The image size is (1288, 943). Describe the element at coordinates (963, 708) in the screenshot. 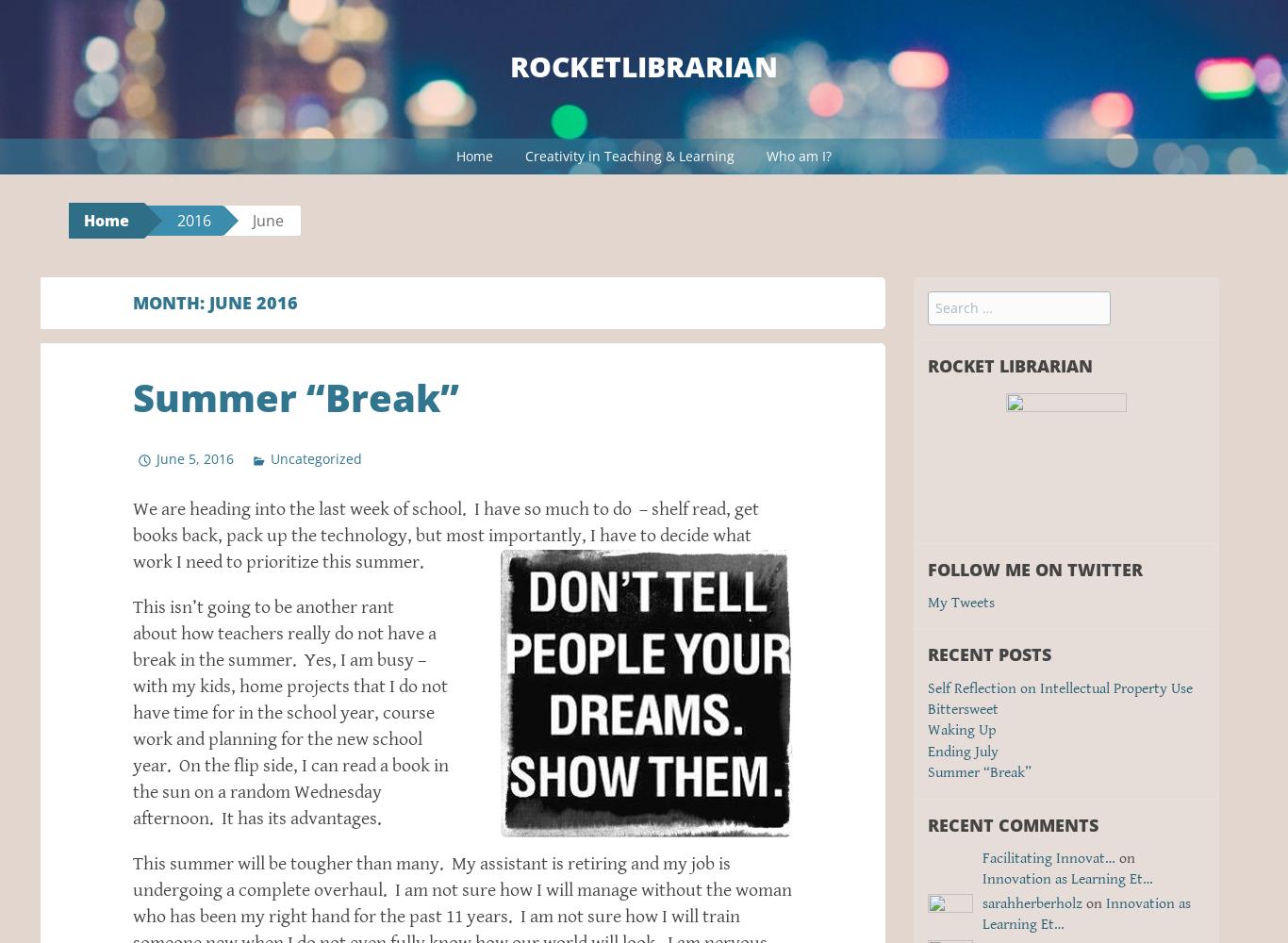

I see `'Bittersweet'` at that location.